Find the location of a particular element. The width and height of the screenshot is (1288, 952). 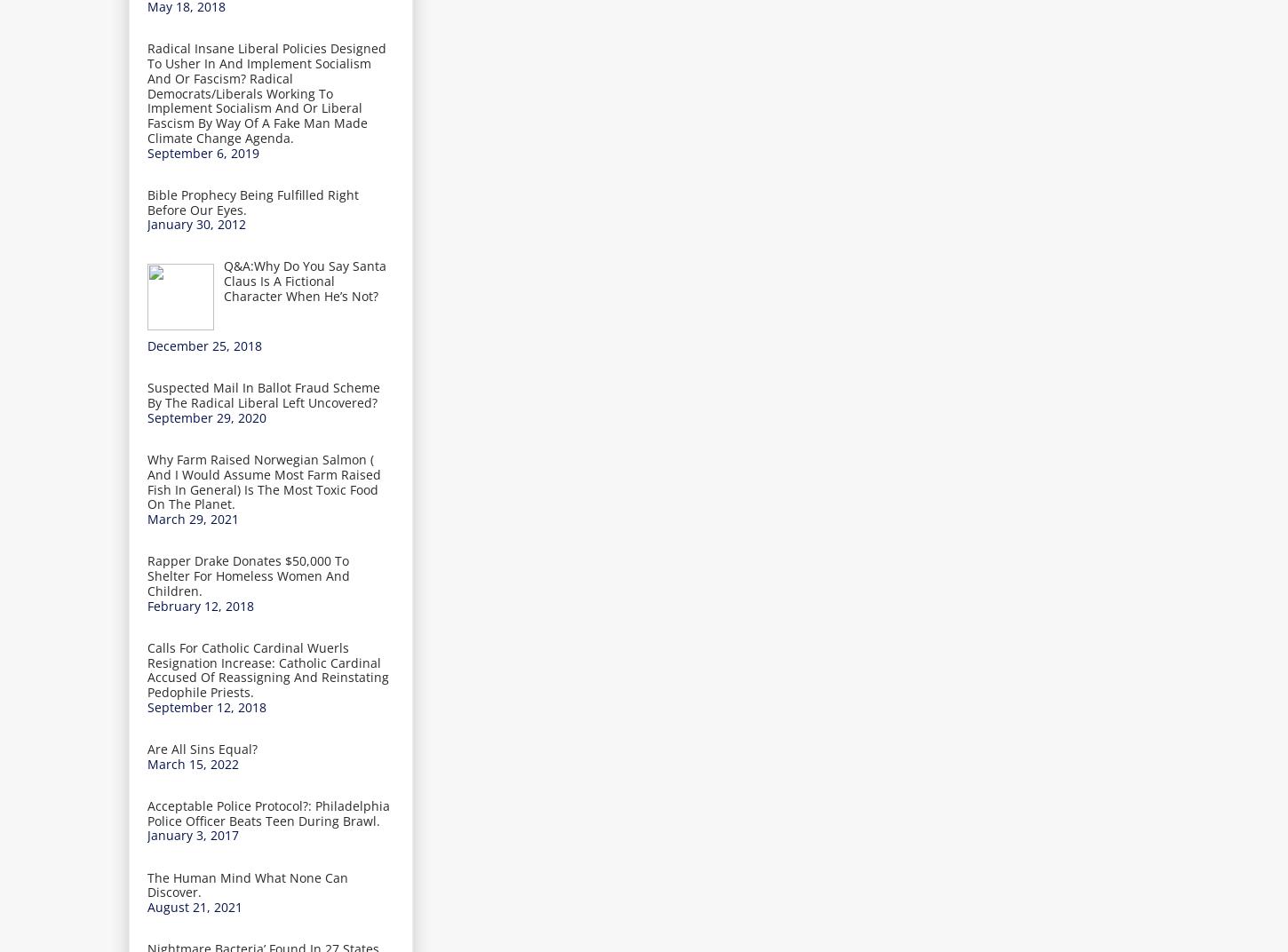

'The Human Mind What None Can Discover.' is located at coordinates (147, 883).